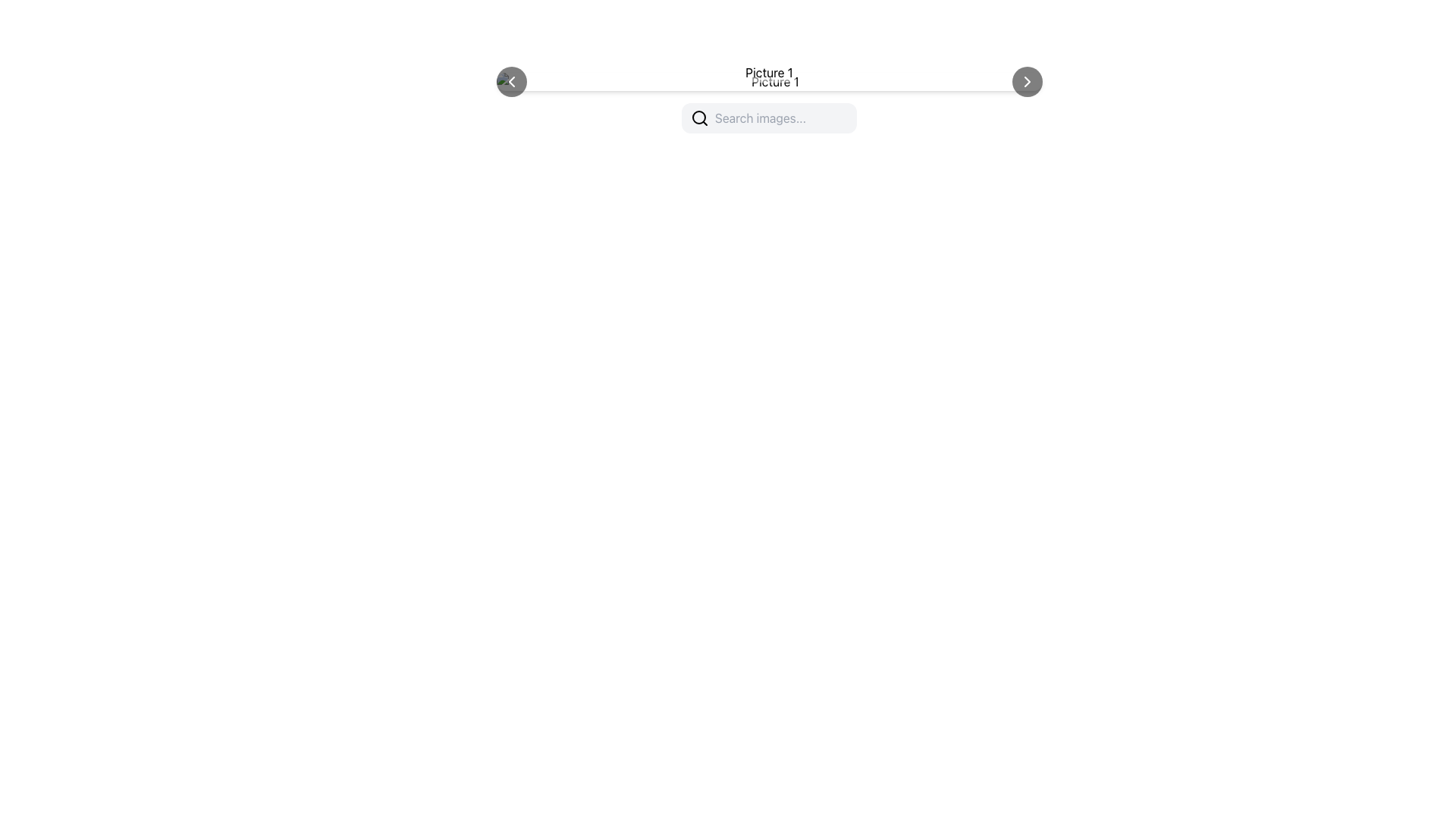 The width and height of the screenshot is (1456, 819). Describe the element at coordinates (1027, 82) in the screenshot. I see `the right chevron icon located in the circular navigation icon on the far right of the toolbar` at that location.